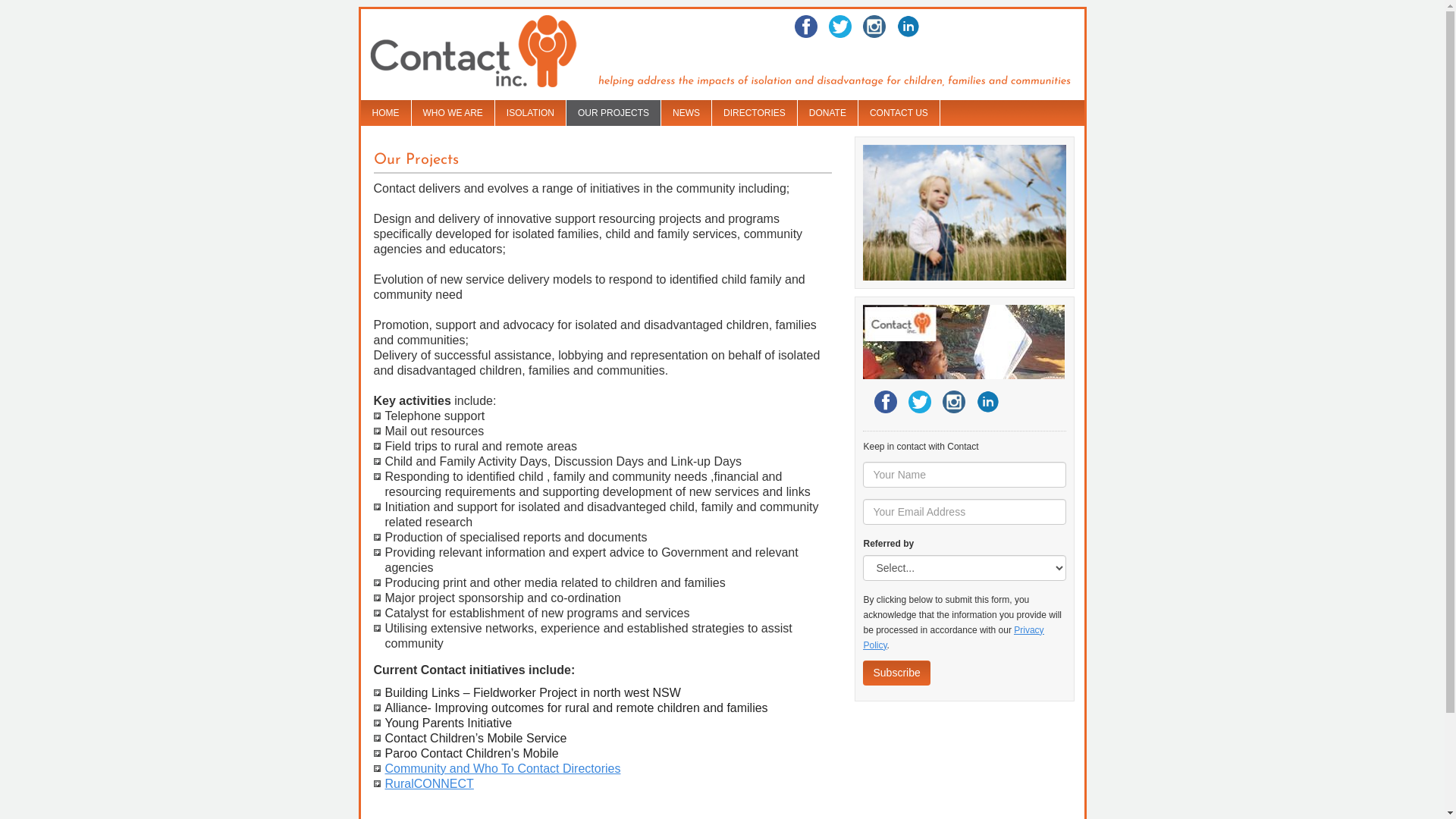 This screenshot has width=1456, height=819. Describe the element at coordinates (827, 112) in the screenshot. I see `'DONATE'` at that location.